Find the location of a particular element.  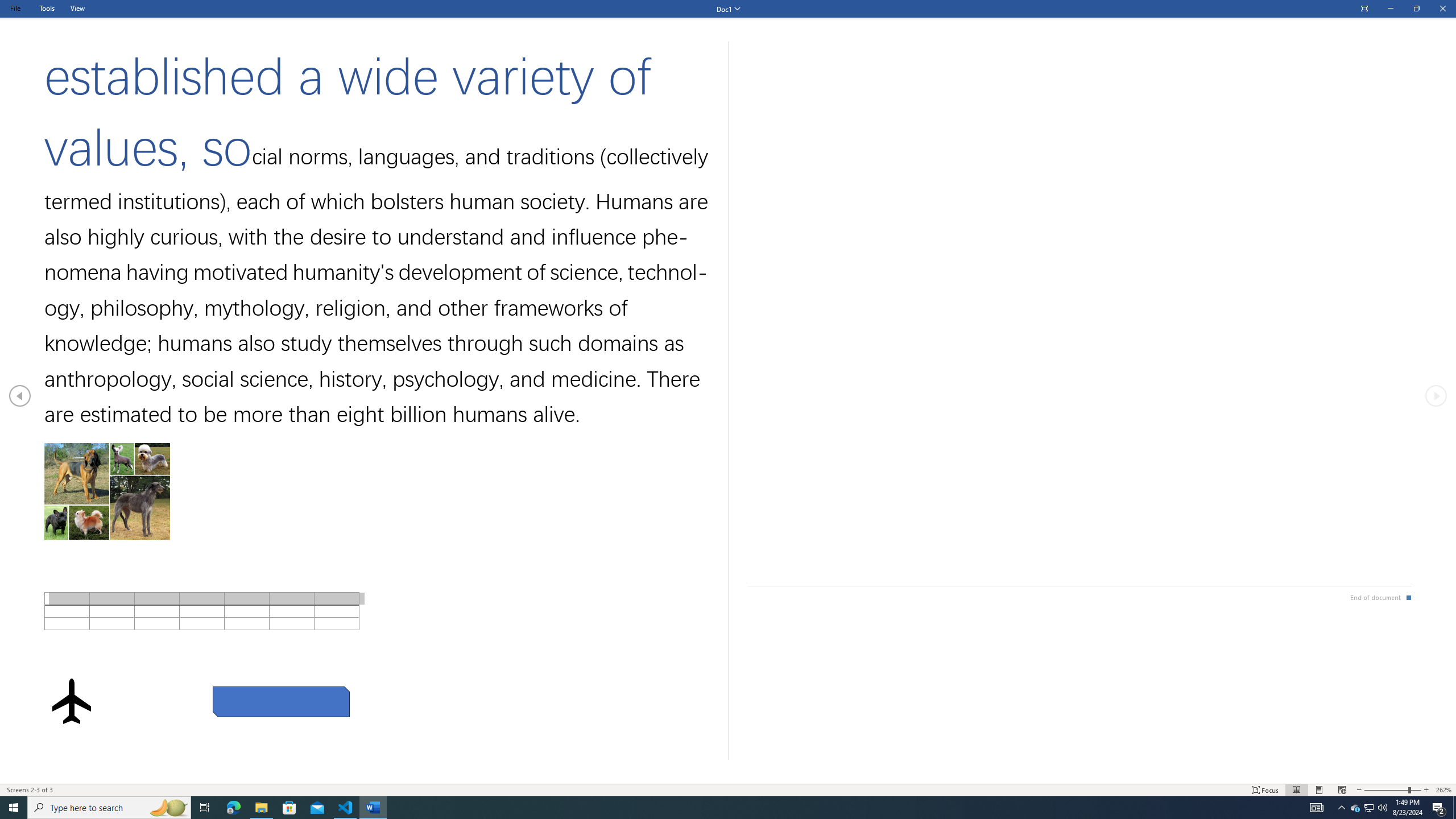

'File Tab' is located at coordinates (14, 8).